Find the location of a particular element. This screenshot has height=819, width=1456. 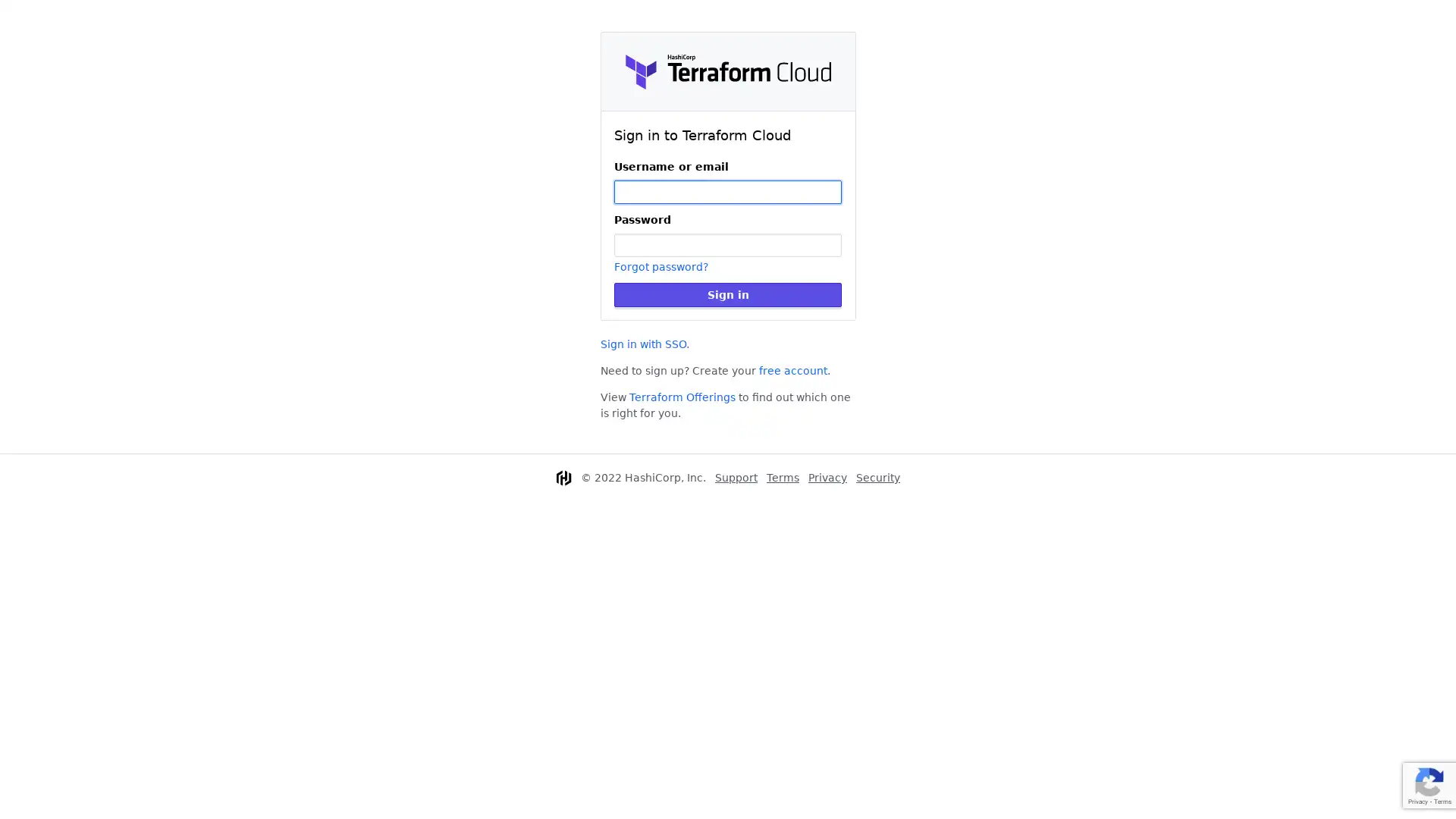

Sign in is located at coordinates (728, 294).